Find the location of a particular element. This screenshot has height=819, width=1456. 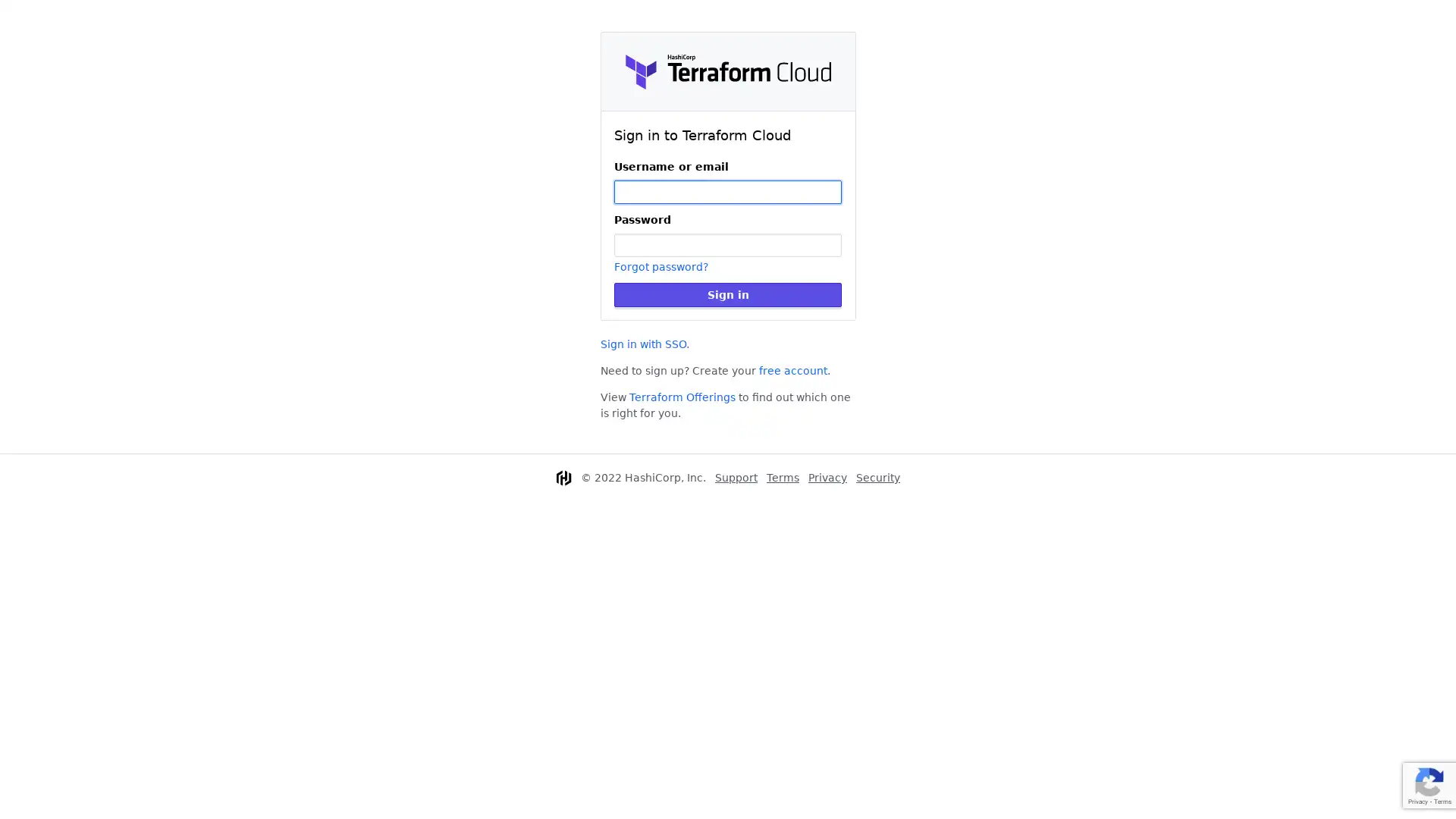

Sign in is located at coordinates (728, 294).